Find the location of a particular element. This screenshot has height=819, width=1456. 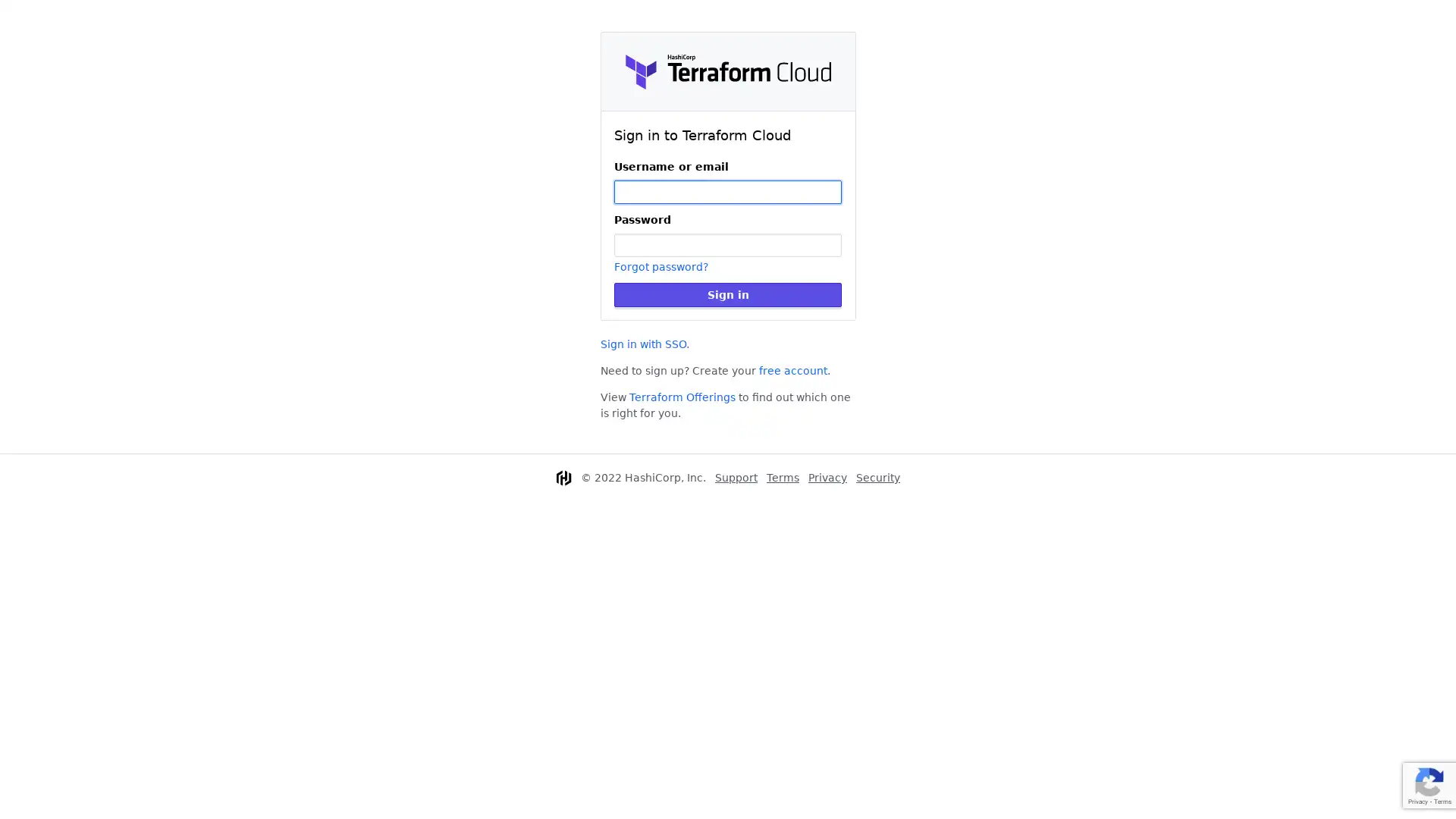

Sign in is located at coordinates (728, 294).